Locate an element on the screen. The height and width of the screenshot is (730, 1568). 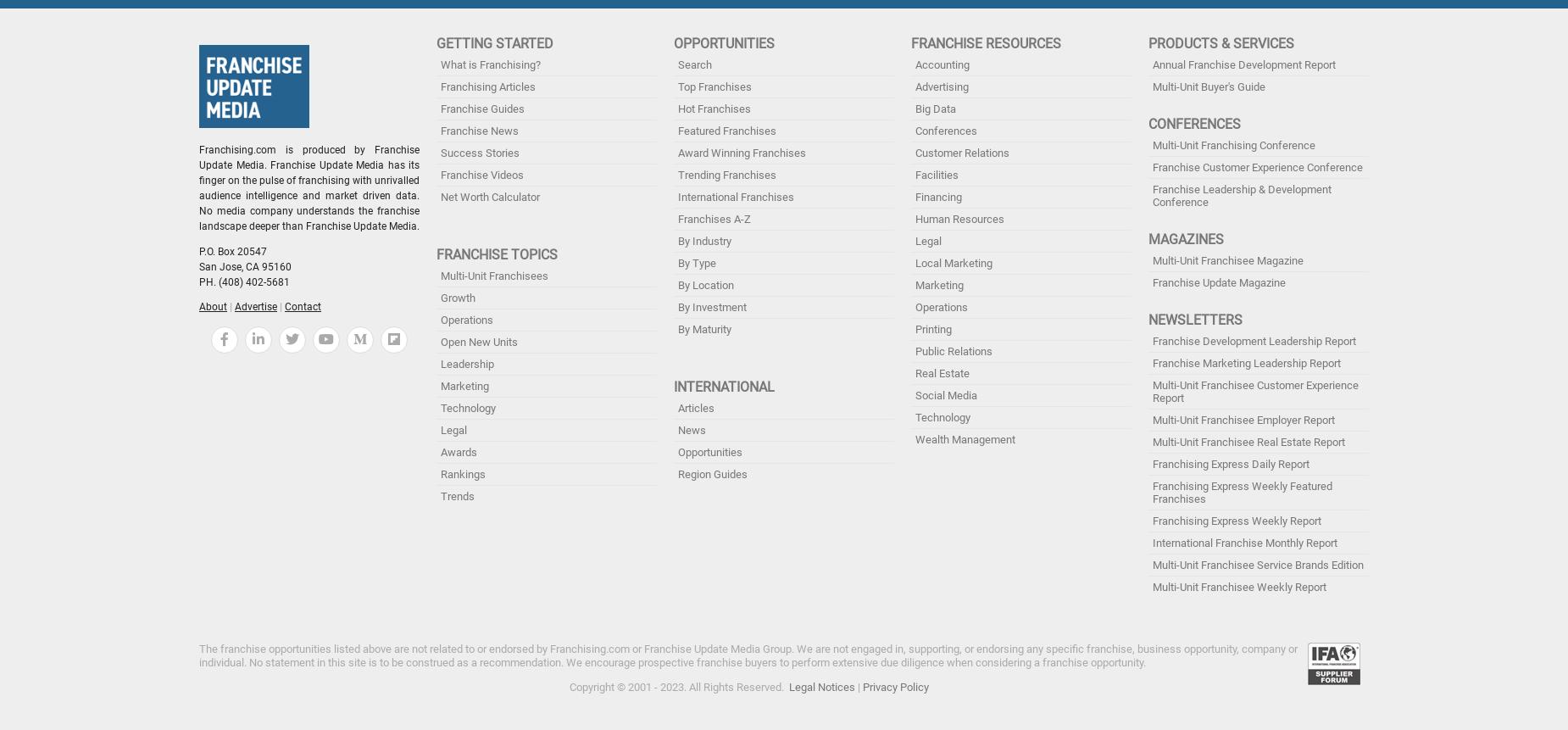
'Multi-Unit Franchisee Real Estate Report' is located at coordinates (1248, 442).